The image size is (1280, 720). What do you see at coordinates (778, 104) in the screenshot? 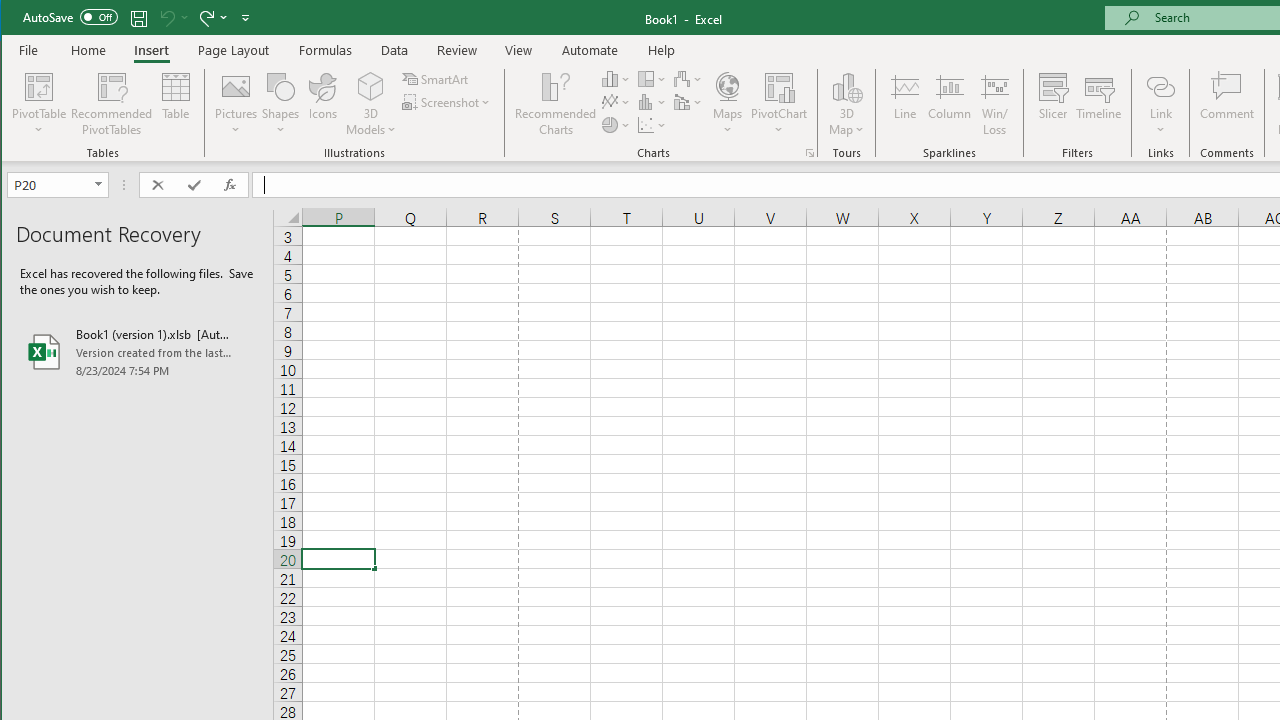
I see `'PivotChart'` at bounding box center [778, 104].